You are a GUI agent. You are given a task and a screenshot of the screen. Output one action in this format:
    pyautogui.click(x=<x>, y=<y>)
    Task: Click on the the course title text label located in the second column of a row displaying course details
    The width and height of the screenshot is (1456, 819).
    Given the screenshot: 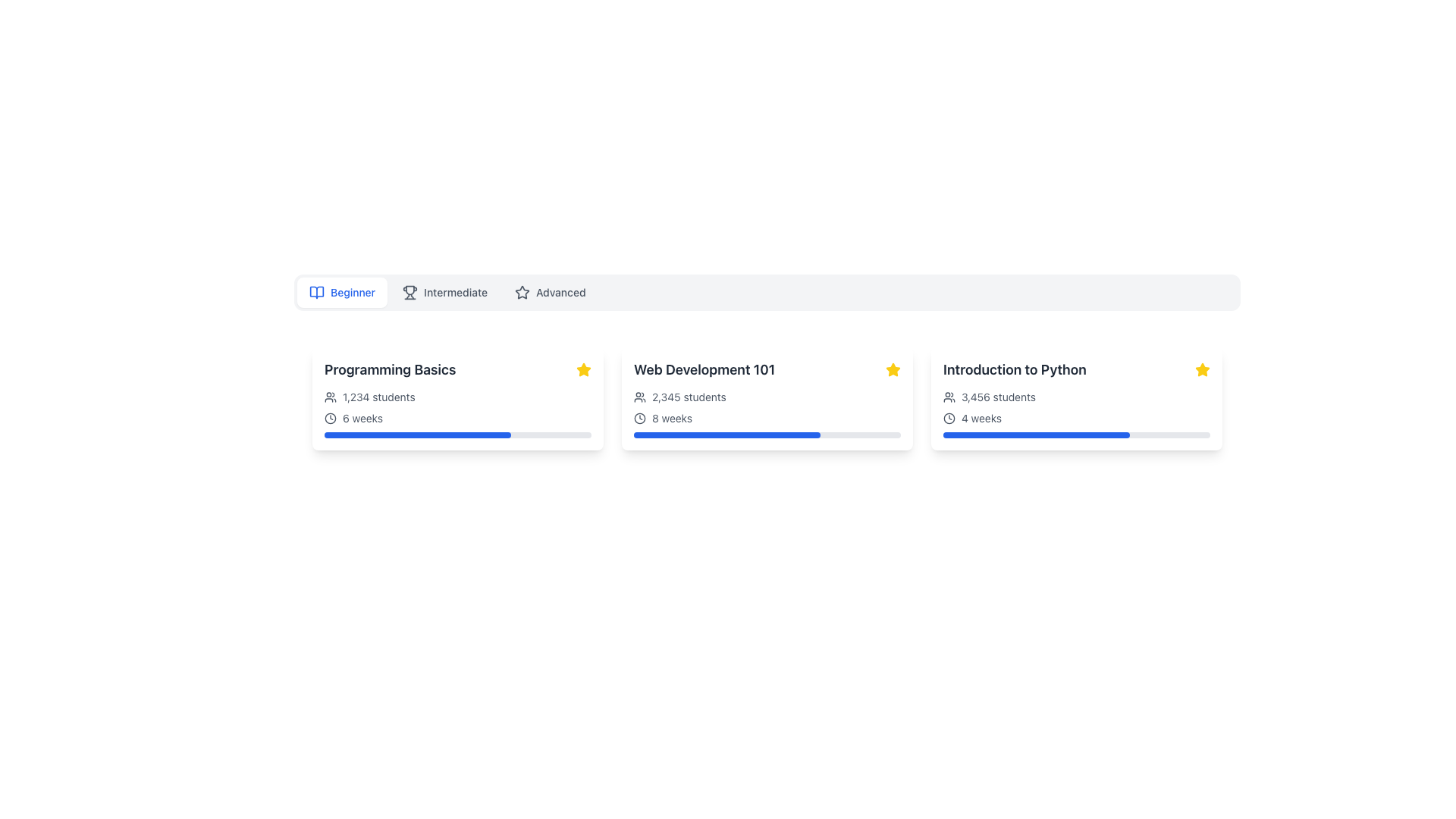 What is the action you would take?
    pyautogui.click(x=704, y=370)
    